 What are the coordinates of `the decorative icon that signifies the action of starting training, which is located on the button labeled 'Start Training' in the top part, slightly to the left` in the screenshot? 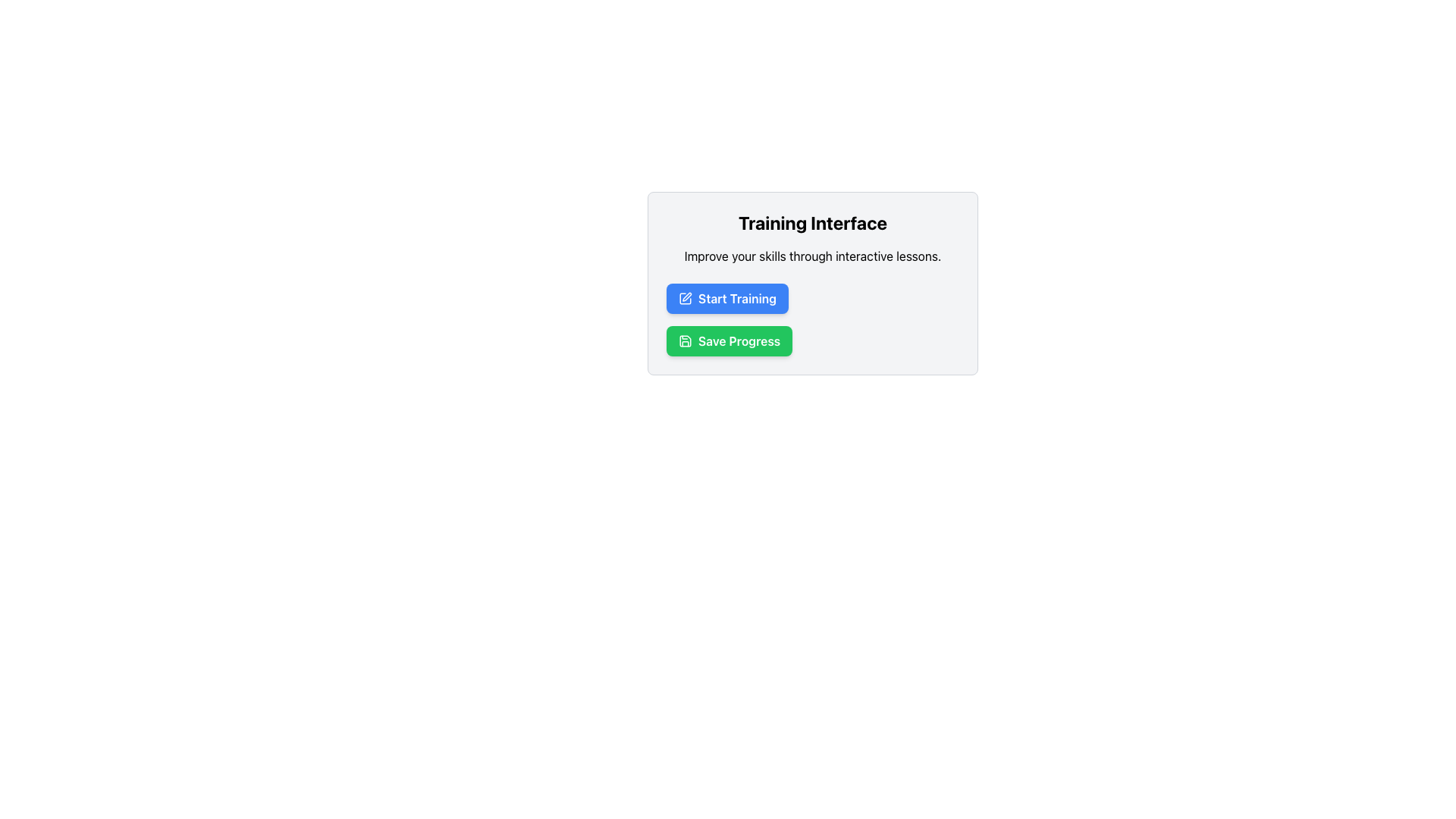 It's located at (684, 298).